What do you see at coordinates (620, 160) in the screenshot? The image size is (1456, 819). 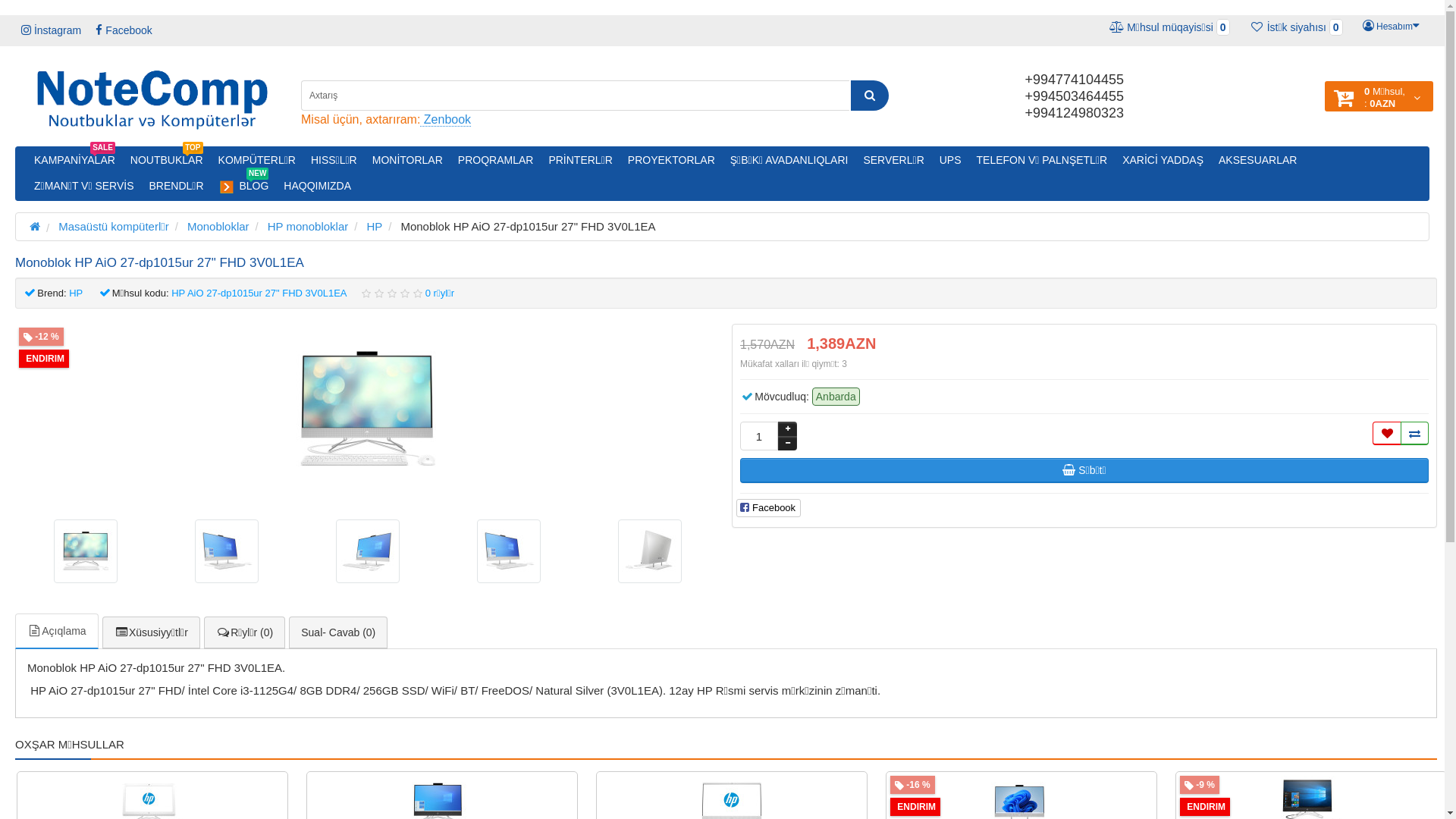 I see `'PROYEKTORLAR'` at bounding box center [620, 160].